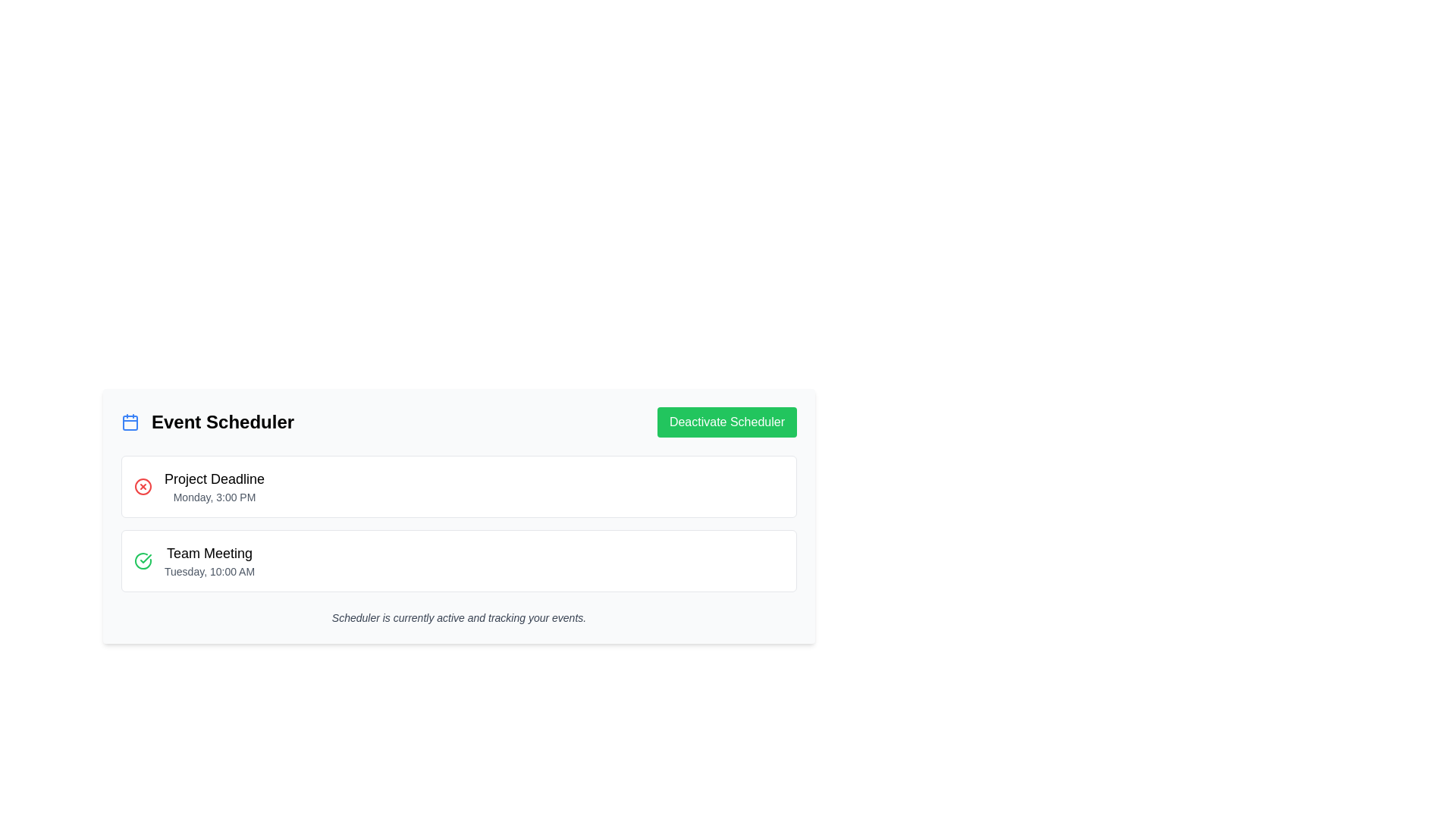 This screenshot has height=819, width=1456. Describe the element at coordinates (209, 561) in the screenshot. I see `scheduled time of the second event entry under 'Event Scheduler', which provides information about an upcoming event` at that location.